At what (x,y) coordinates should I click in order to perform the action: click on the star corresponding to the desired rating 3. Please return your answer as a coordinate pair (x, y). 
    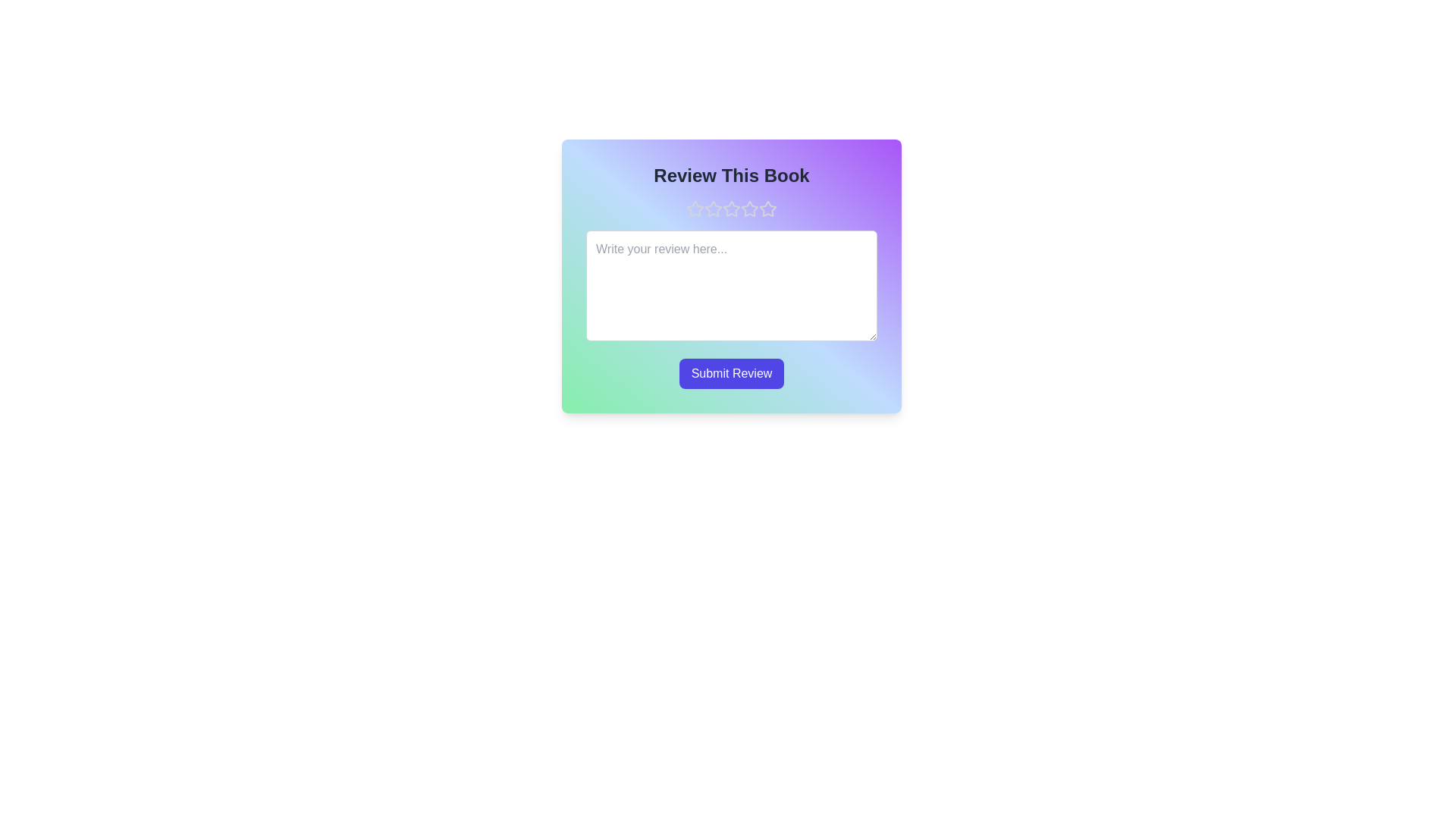
    Looking at the image, I should click on (731, 209).